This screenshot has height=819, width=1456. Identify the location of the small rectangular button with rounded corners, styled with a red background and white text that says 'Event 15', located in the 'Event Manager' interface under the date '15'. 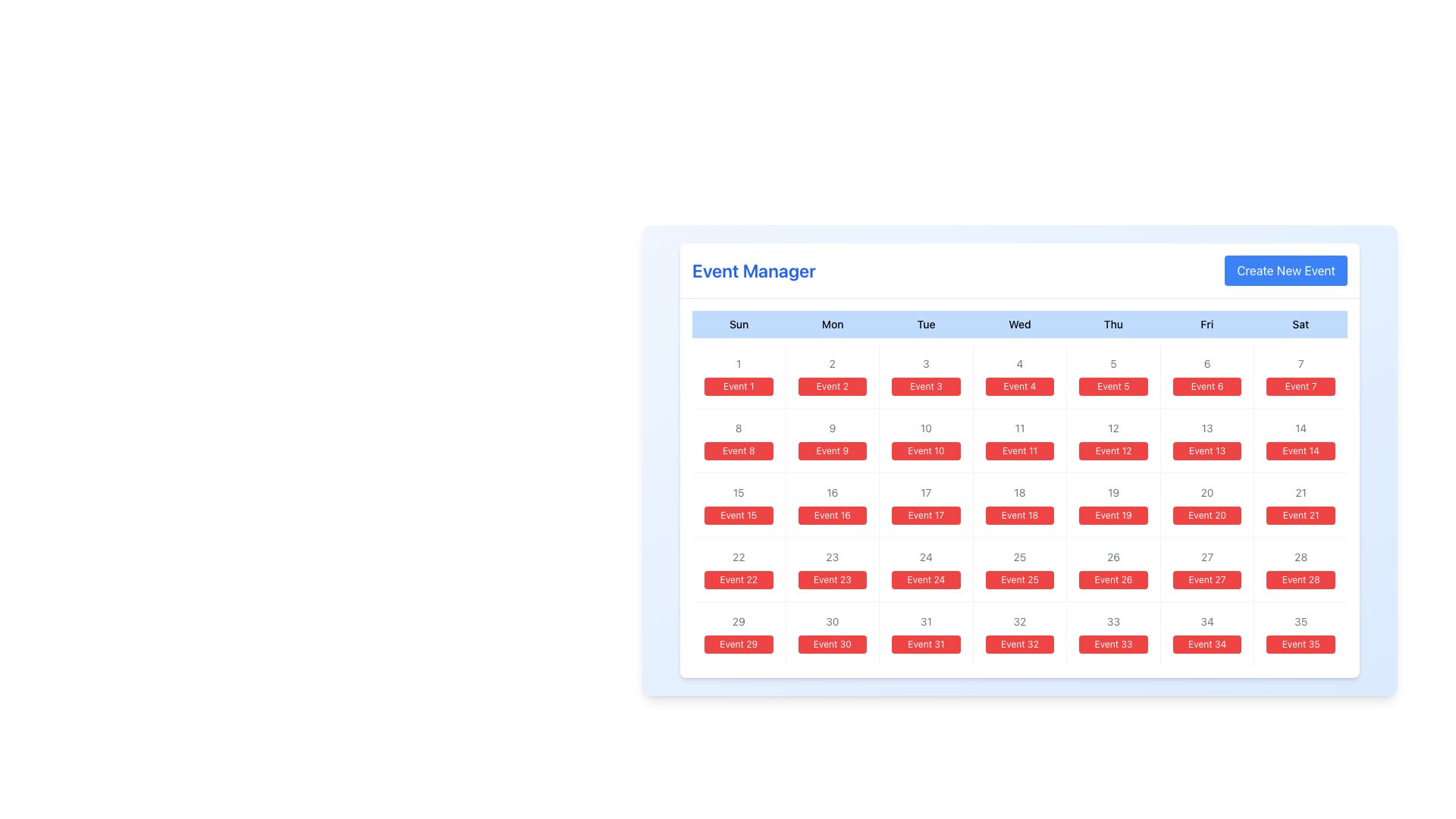
(739, 514).